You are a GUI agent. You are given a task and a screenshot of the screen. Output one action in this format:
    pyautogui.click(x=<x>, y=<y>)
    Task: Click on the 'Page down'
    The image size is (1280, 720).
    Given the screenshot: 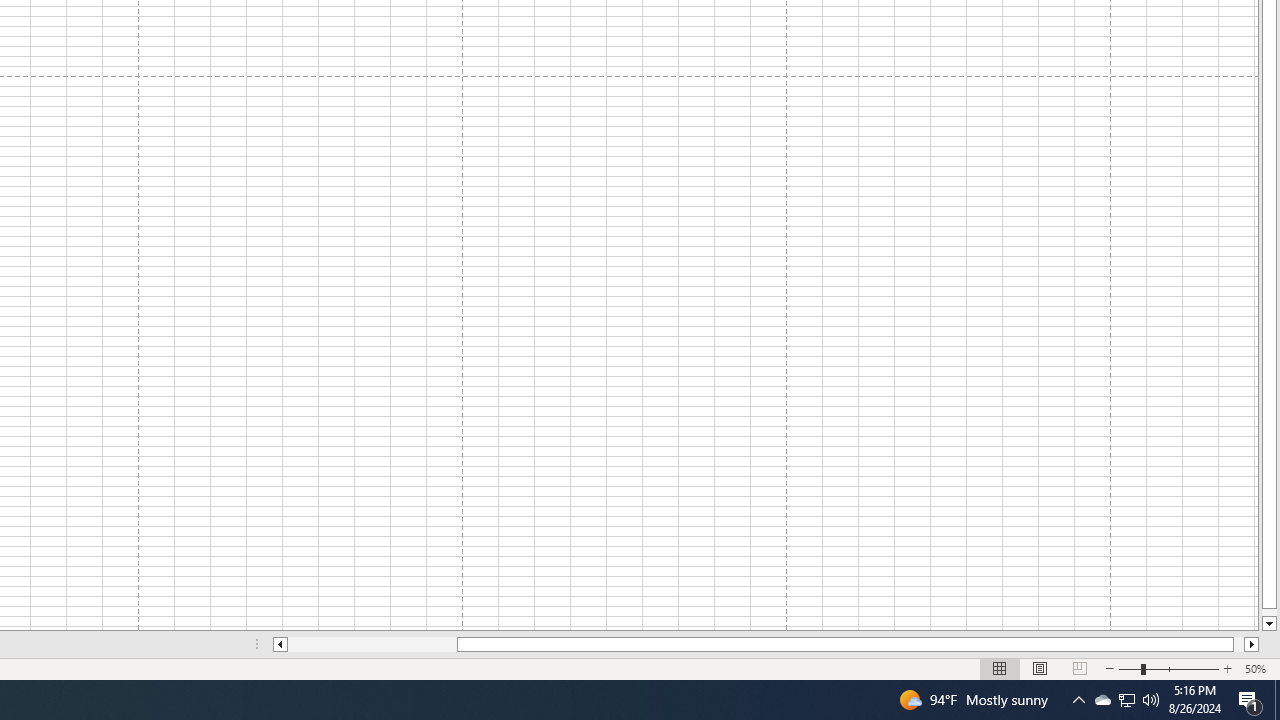 What is the action you would take?
    pyautogui.click(x=1268, y=611)
    